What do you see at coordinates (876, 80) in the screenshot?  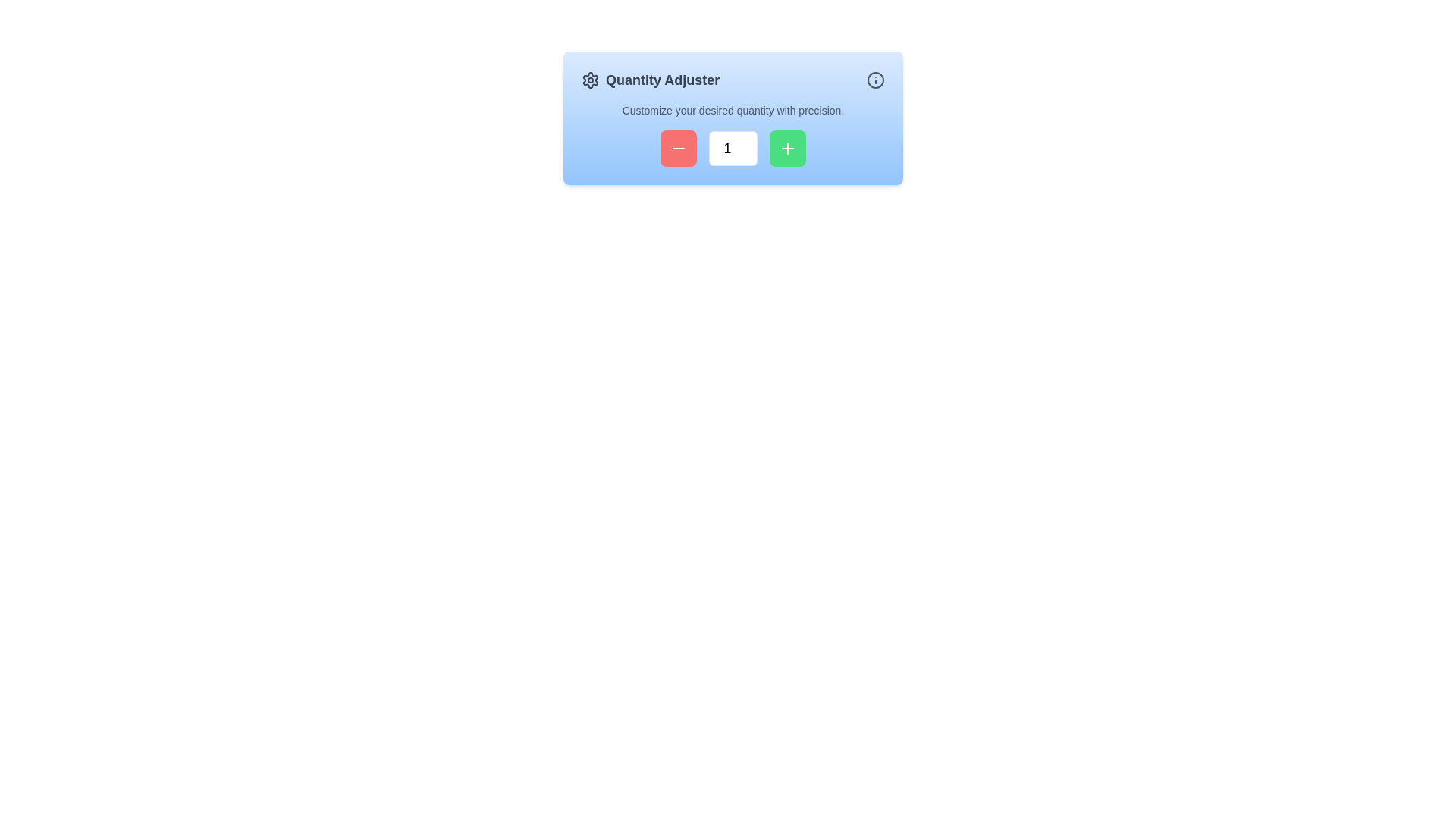 I see `the information/help icon located at the top-right corner of the 'Quantity Adjuster' section` at bounding box center [876, 80].